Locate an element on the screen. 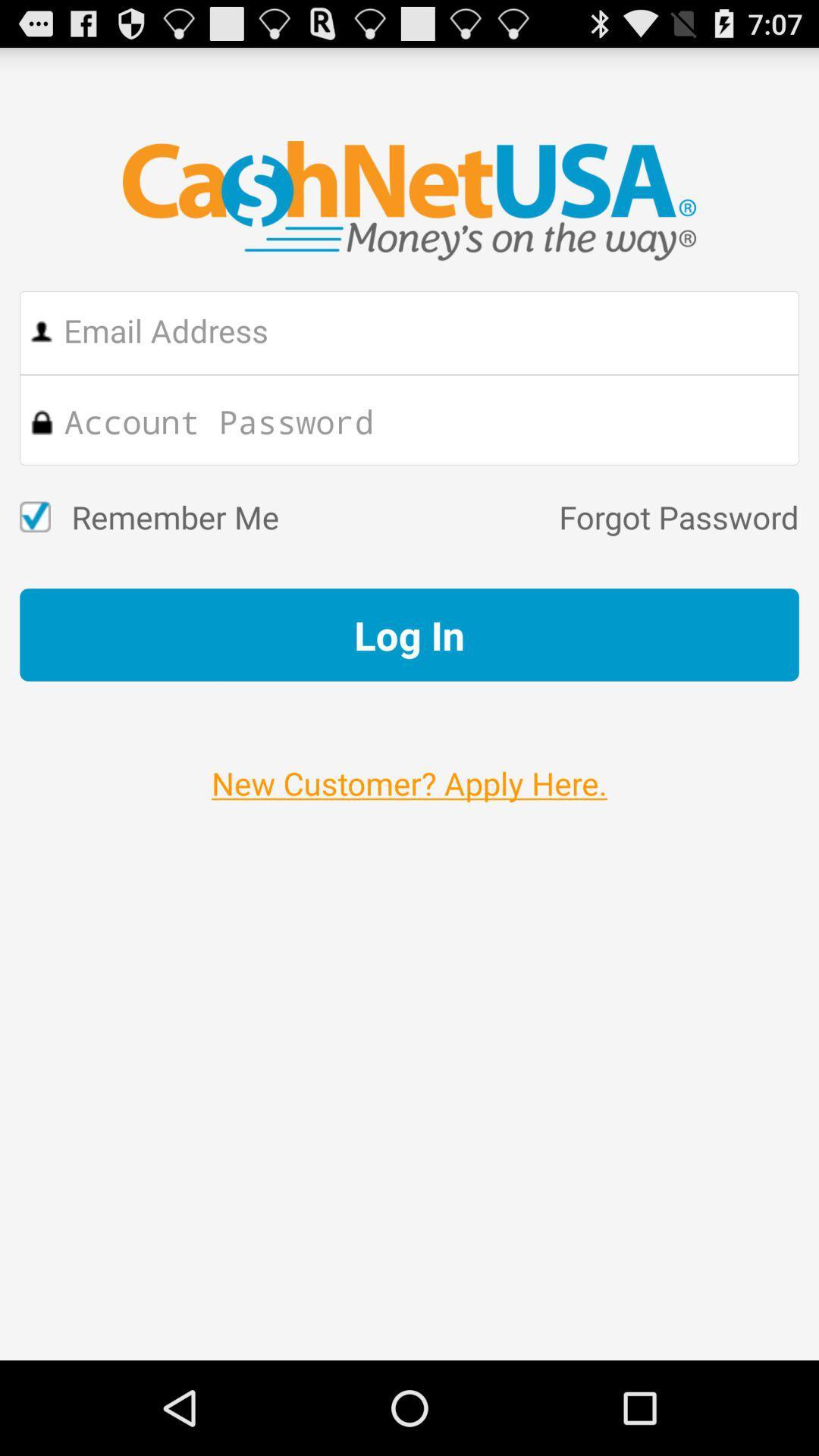 The height and width of the screenshot is (1456, 819). the new customer apply item is located at coordinates (409, 767).